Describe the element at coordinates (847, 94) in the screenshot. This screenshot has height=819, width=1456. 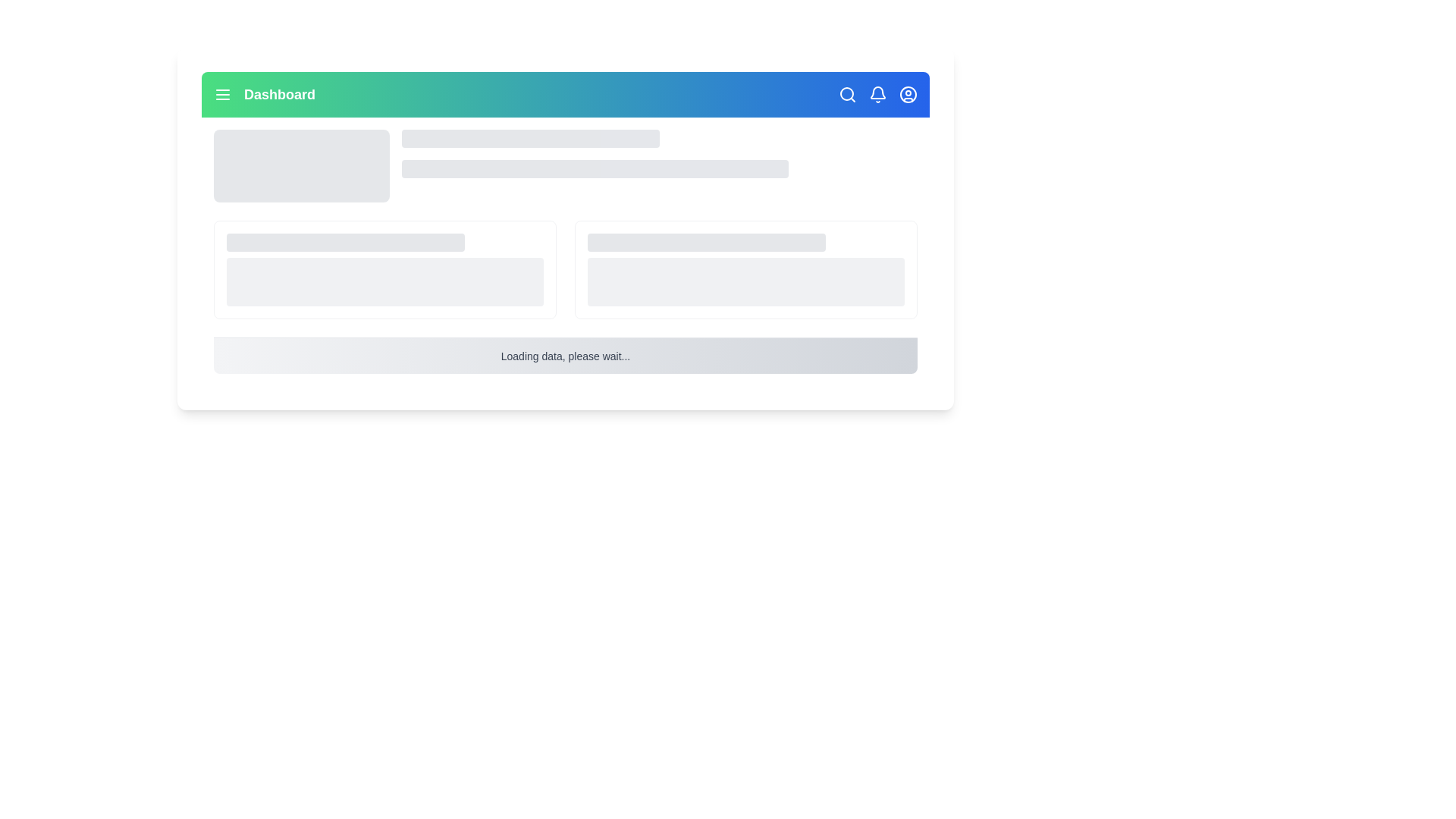
I see `the magnifying glass icon located in the top-right section of the interface within a blue bar, as it is the first icon among three` at that location.